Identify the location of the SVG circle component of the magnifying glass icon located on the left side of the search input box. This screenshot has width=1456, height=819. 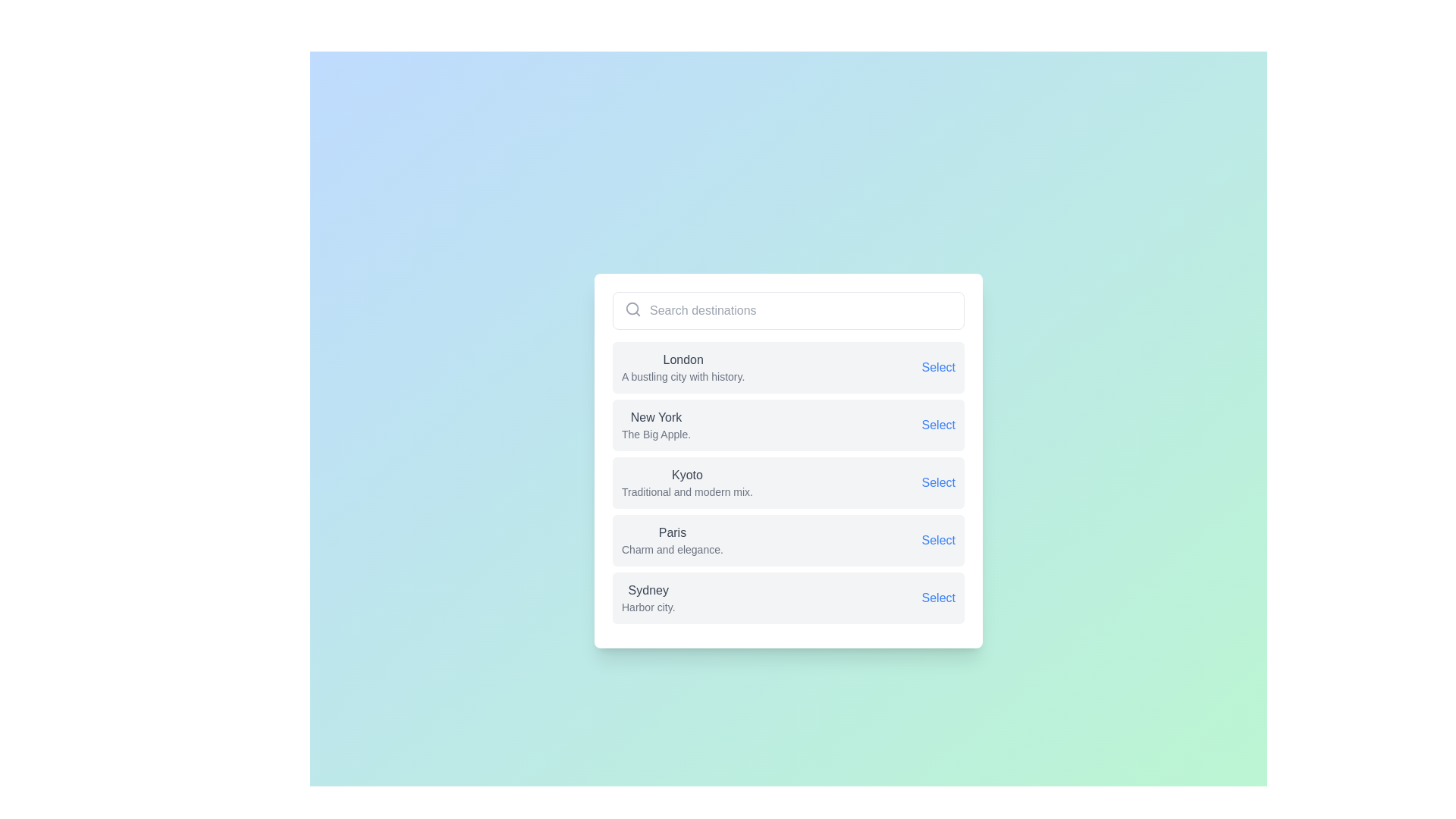
(632, 308).